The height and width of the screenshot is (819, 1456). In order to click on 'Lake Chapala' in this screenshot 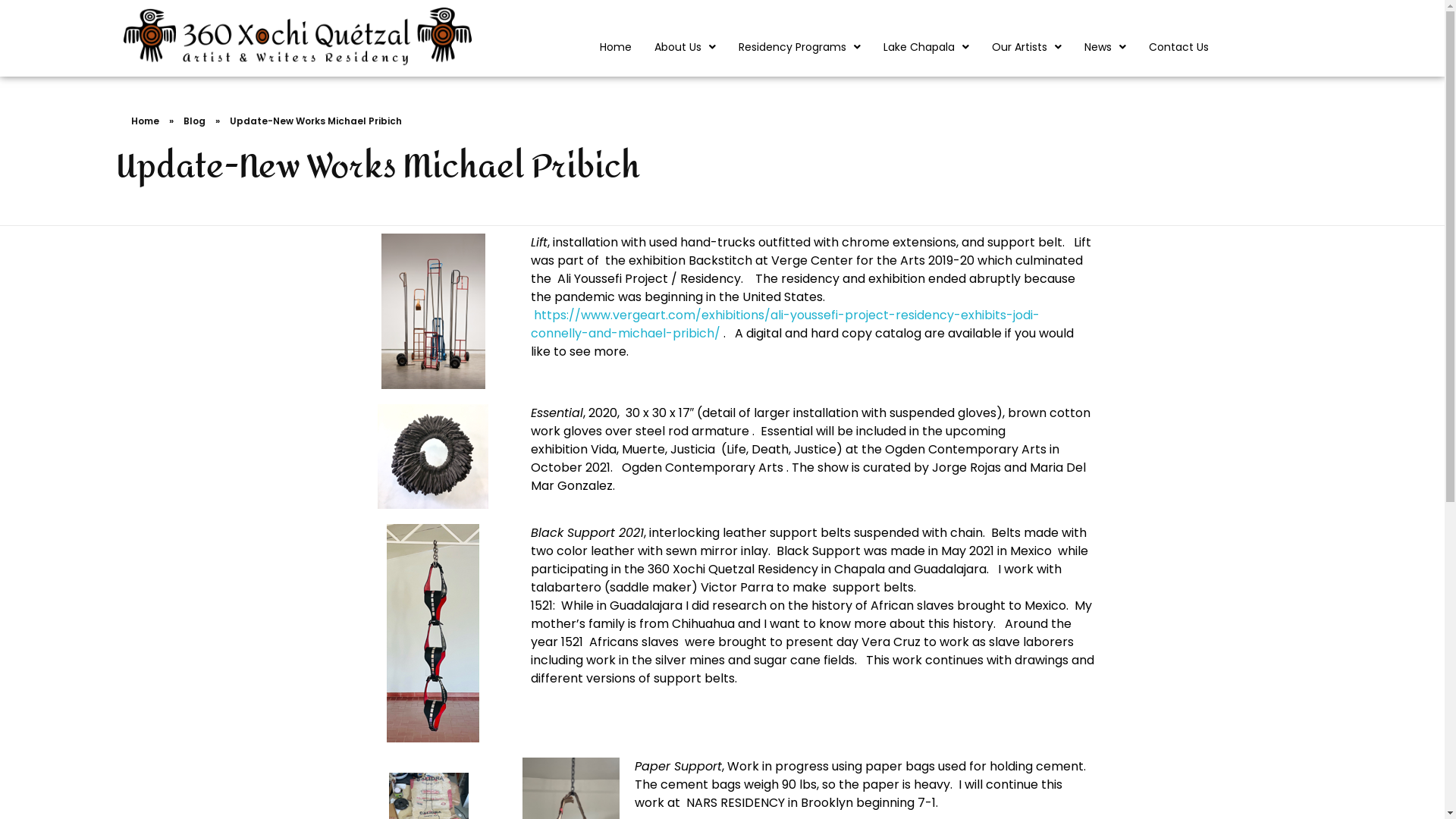, I will do `click(925, 45)`.